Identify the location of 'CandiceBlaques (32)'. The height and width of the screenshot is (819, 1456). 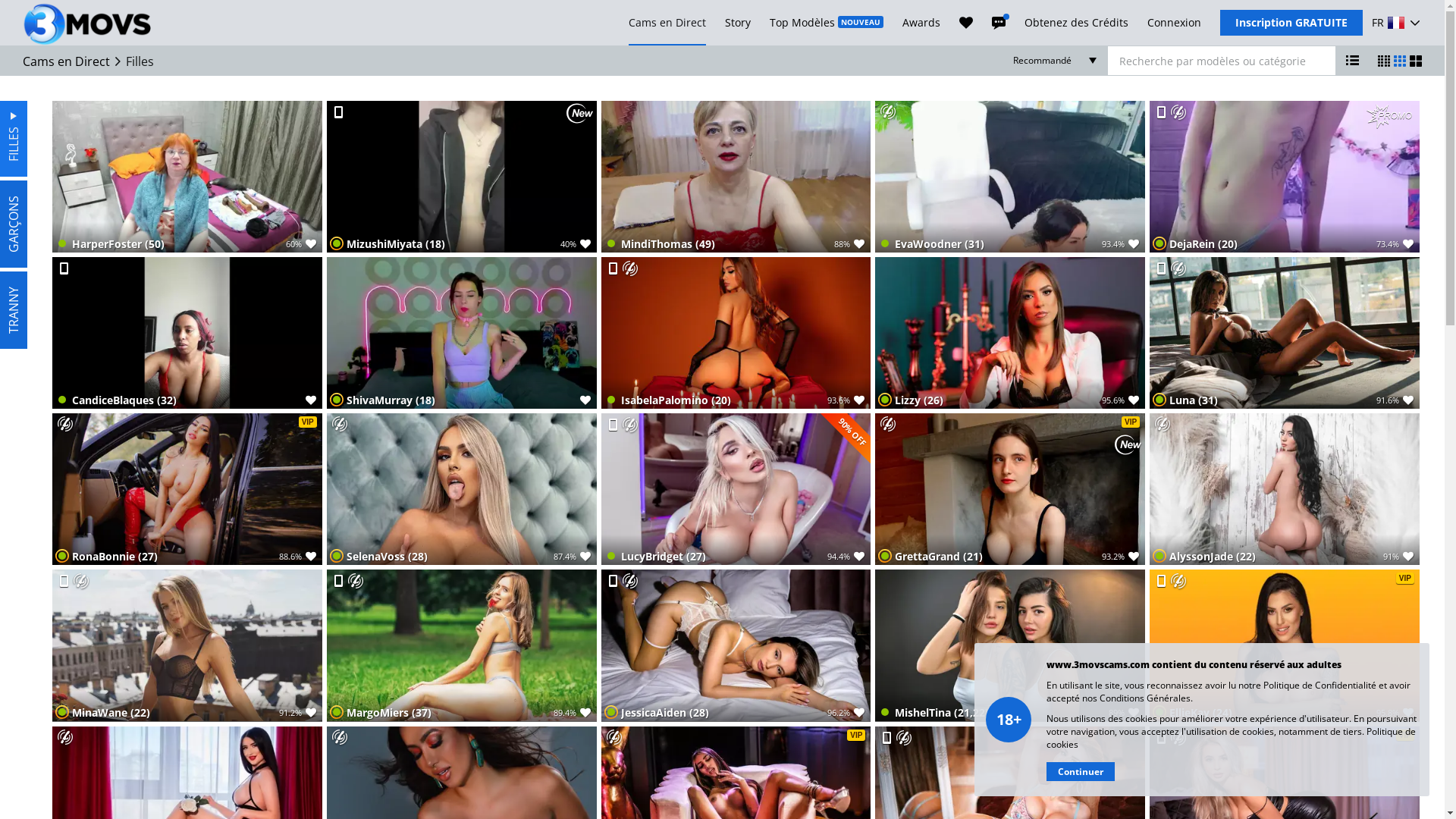
(186, 332).